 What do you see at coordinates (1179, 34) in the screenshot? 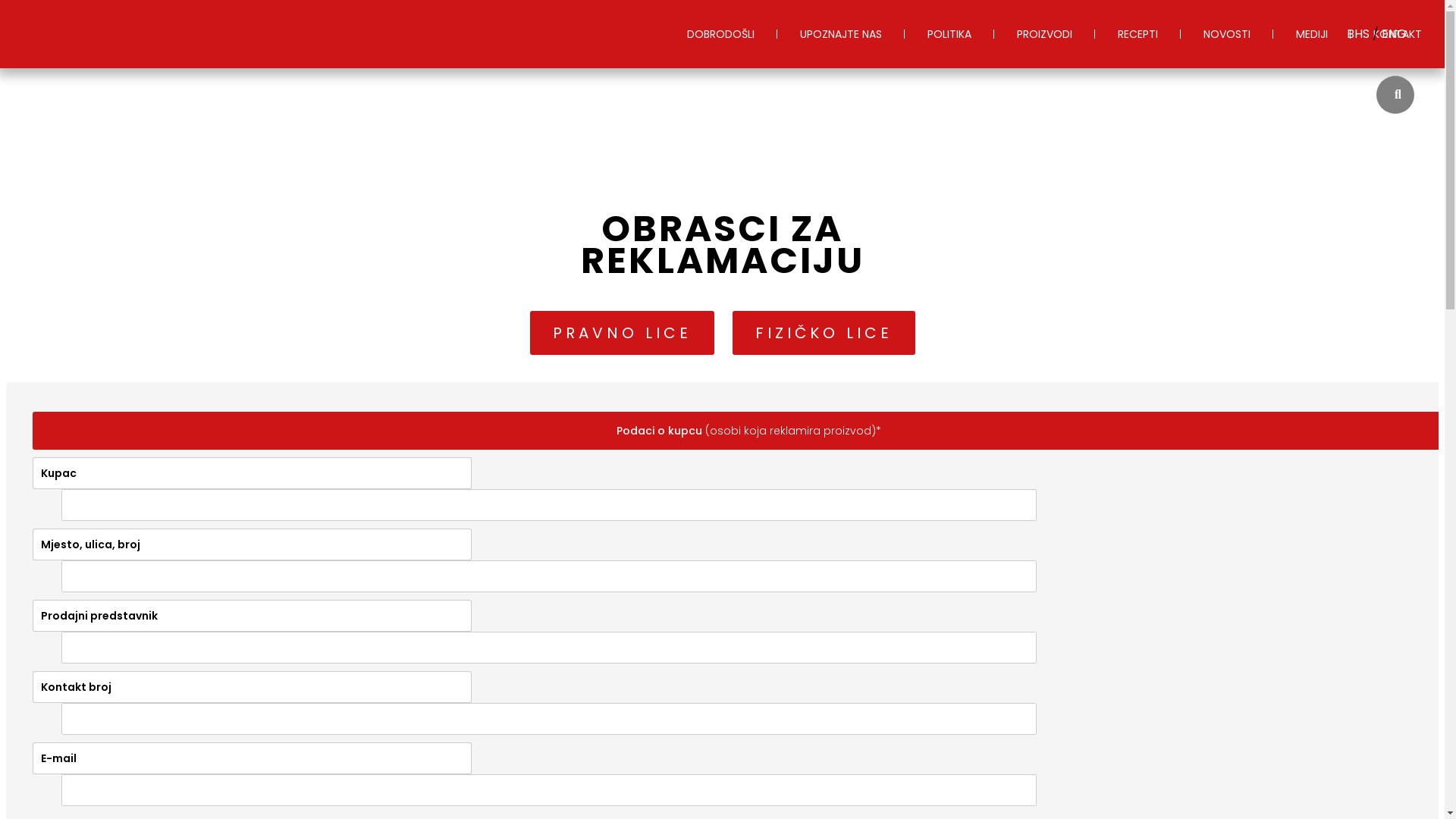
I see `'NOVOSTI'` at bounding box center [1179, 34].